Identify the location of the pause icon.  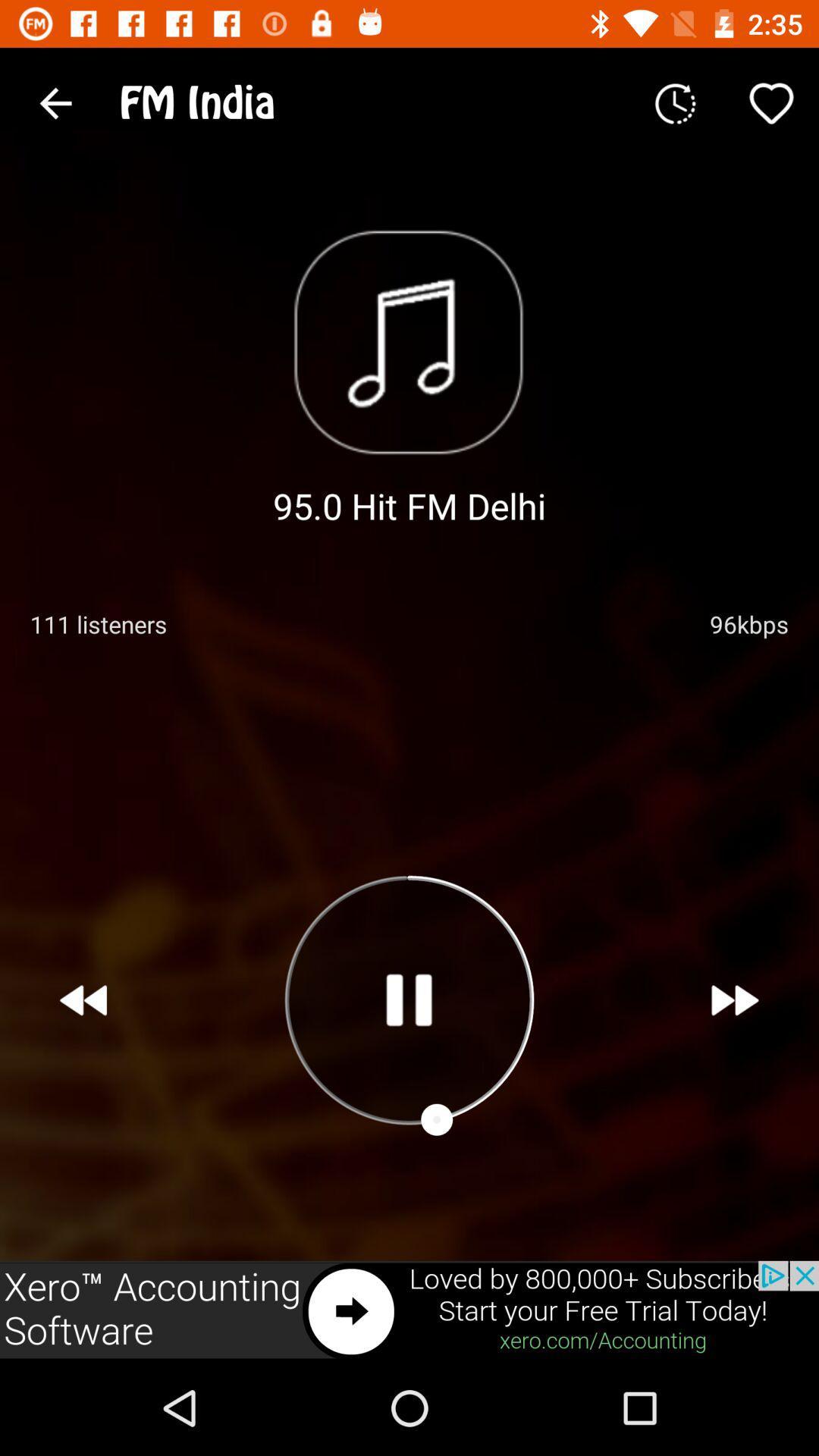
(408, 999).